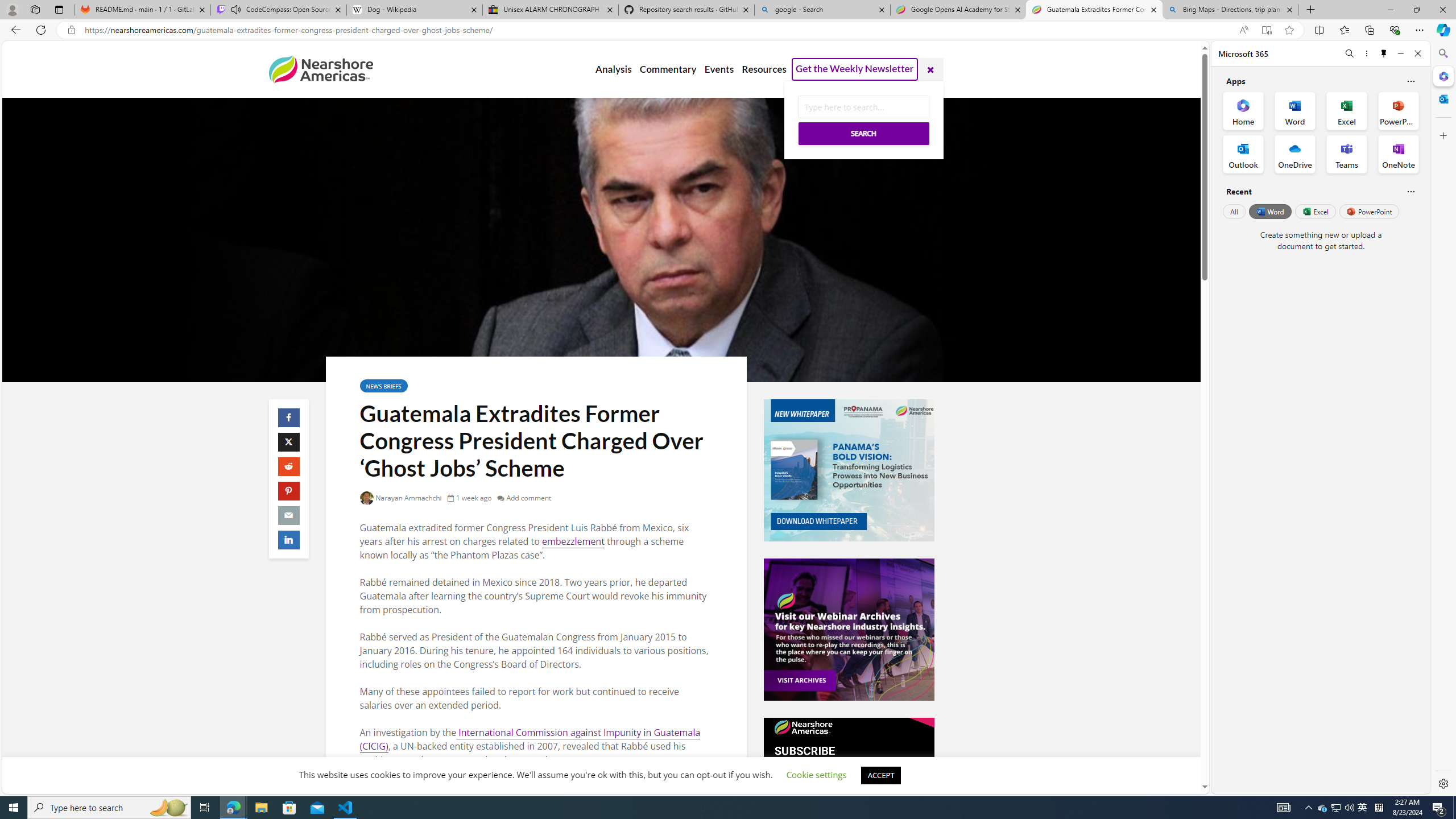  What do you see at coordinates (1243, 154) in the screenshot?
I see `'Outlook Office App'` at bounding box center [1243, 154].